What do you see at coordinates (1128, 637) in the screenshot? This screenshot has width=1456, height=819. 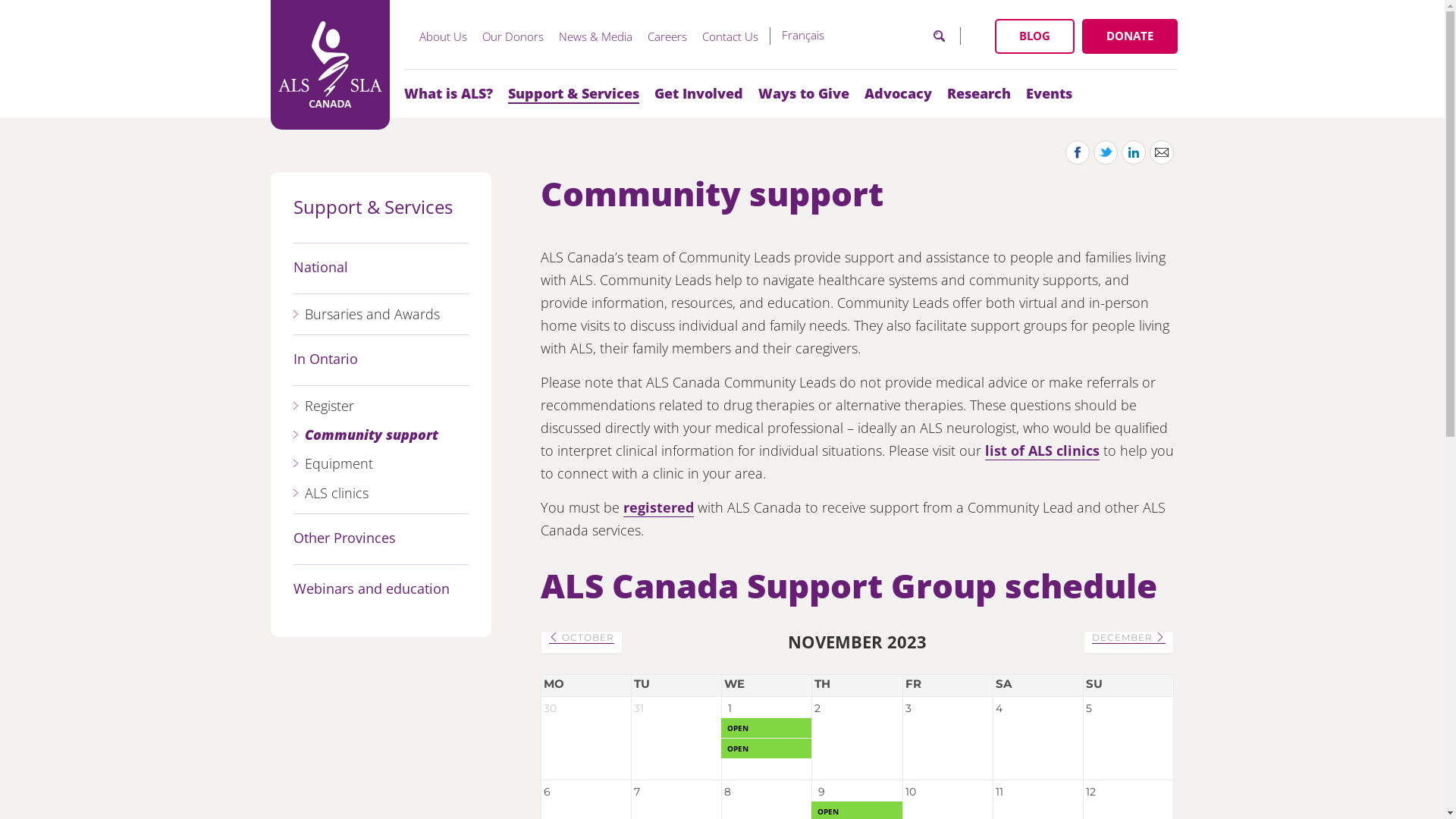 I see `'DECEMBER'` at bounding box center [1128, 637].